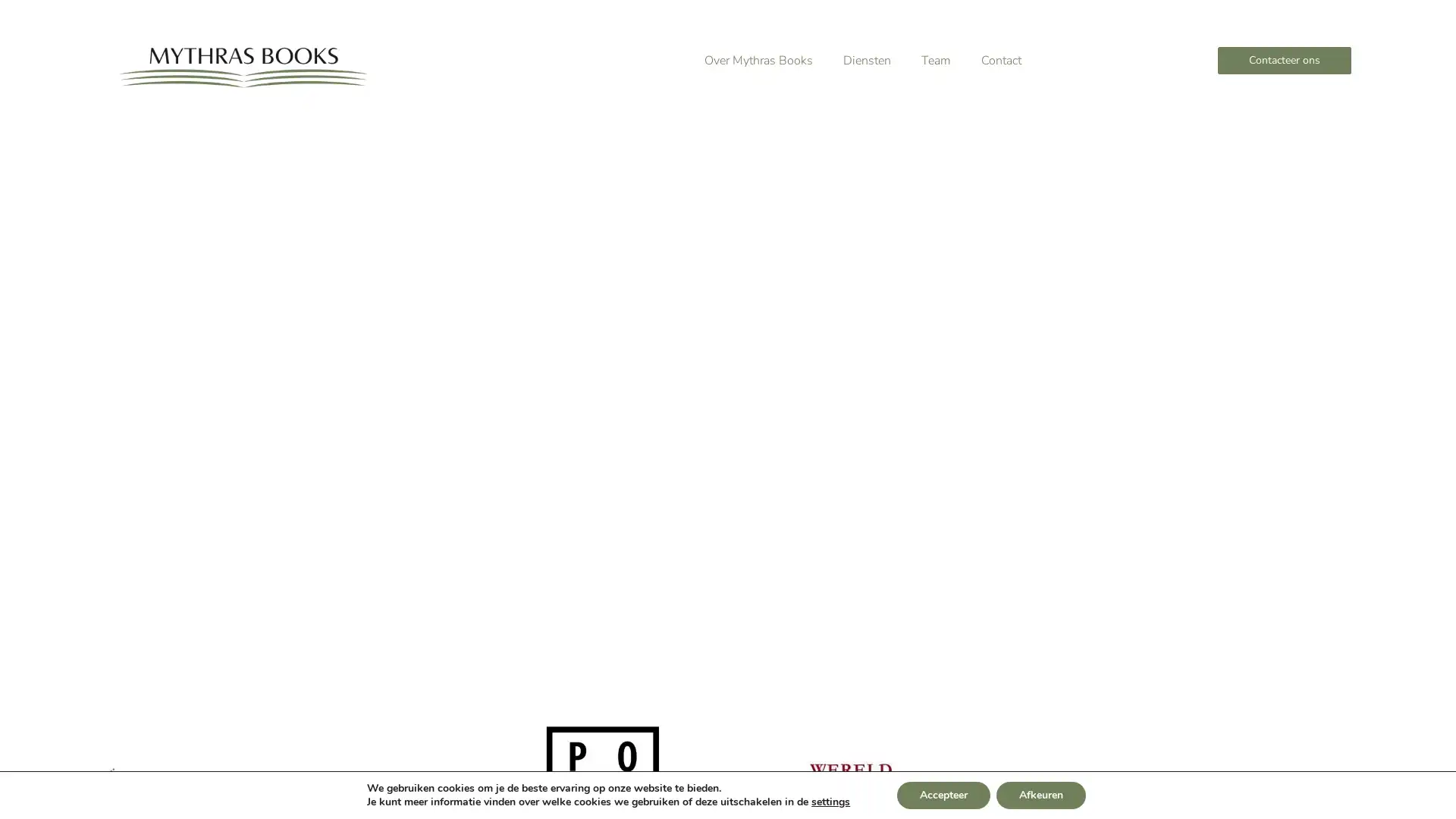 Image resolution: width=1456 pixels, height=819 pixels. Describe the element at coordinates (1040, 795) in the screenshot. I see `Afkeuren` at that location.